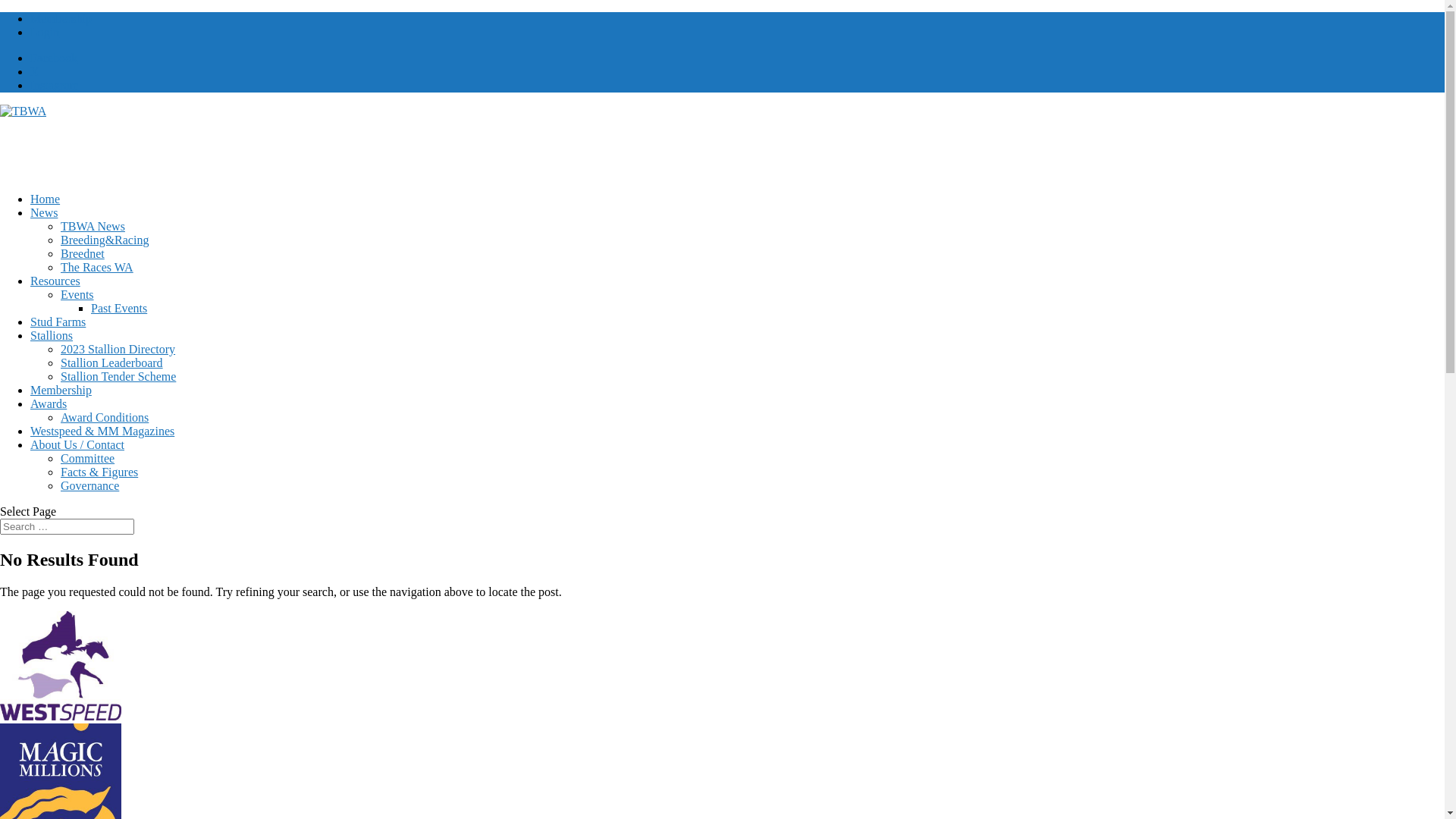 This screenshot has width=1456, height=819. Describe the element at coordinates (55, 85) in the screenshot. I see `'Instagram'` at that location.